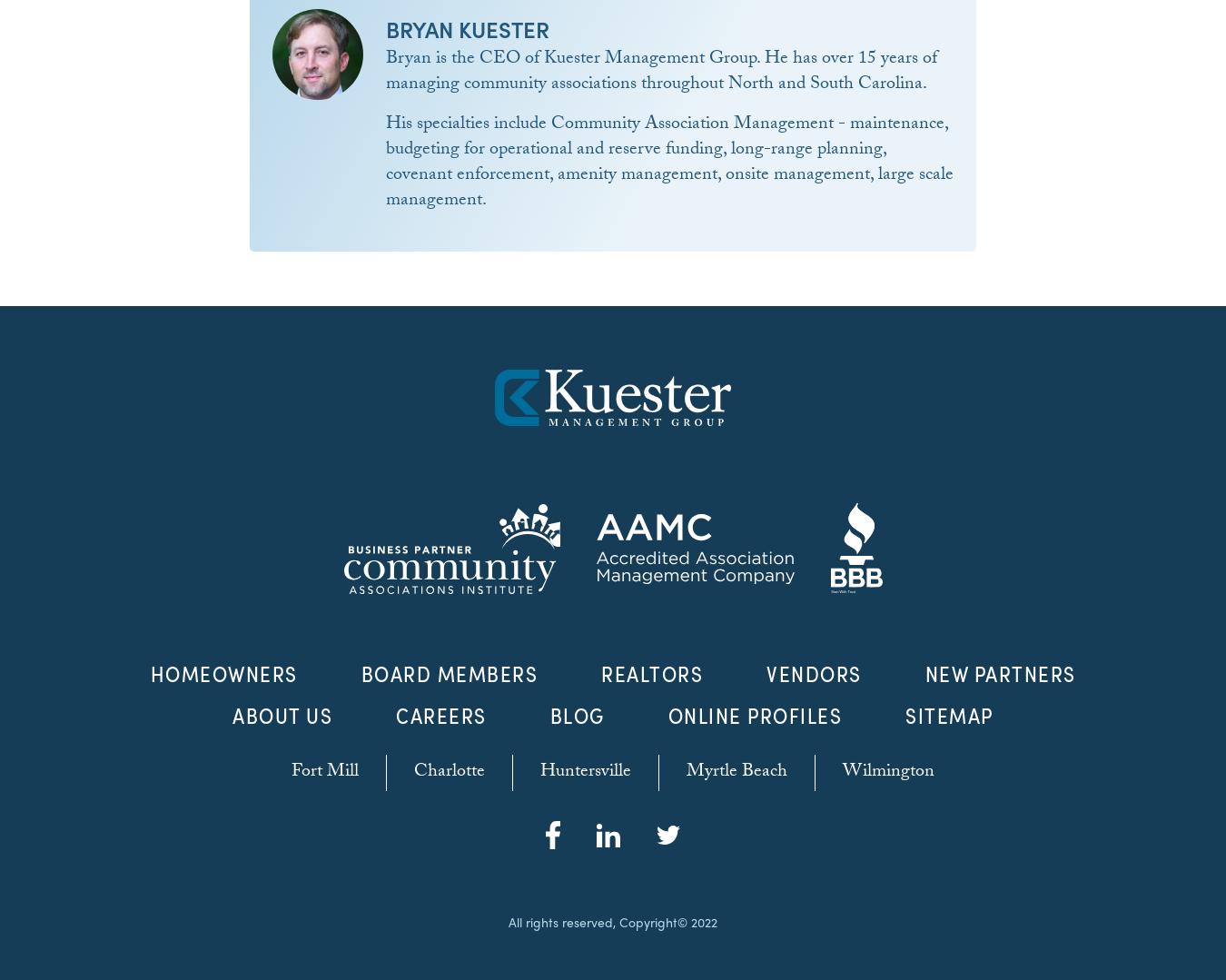 The width and height of the screenshot is (1226, 980). Describe the element at coordinates (737, 773) in the screenshot. I see `'Myrtle Beach'` at that location.